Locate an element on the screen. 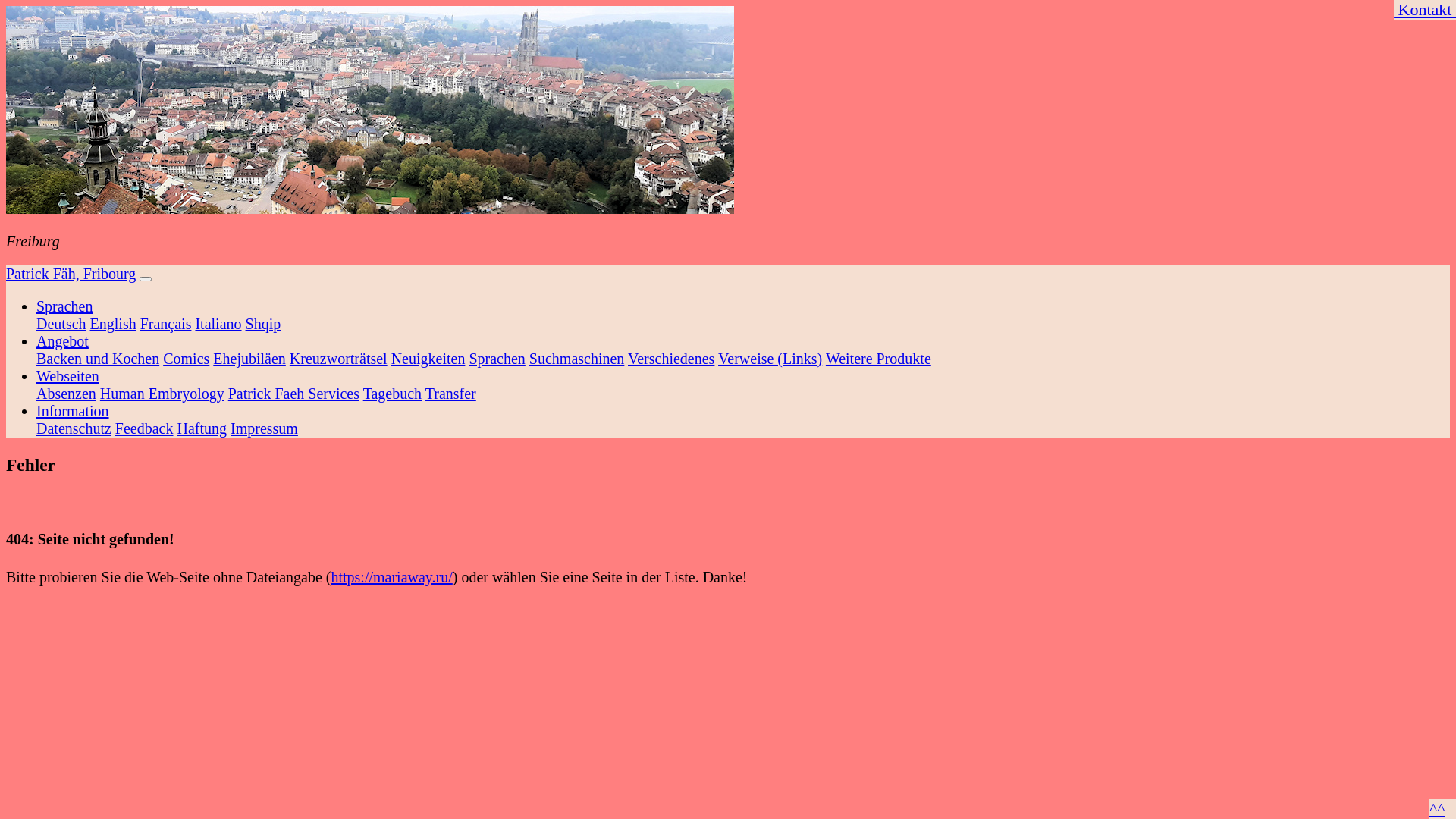  'Absenzen' is located at coordinates (36, 393).